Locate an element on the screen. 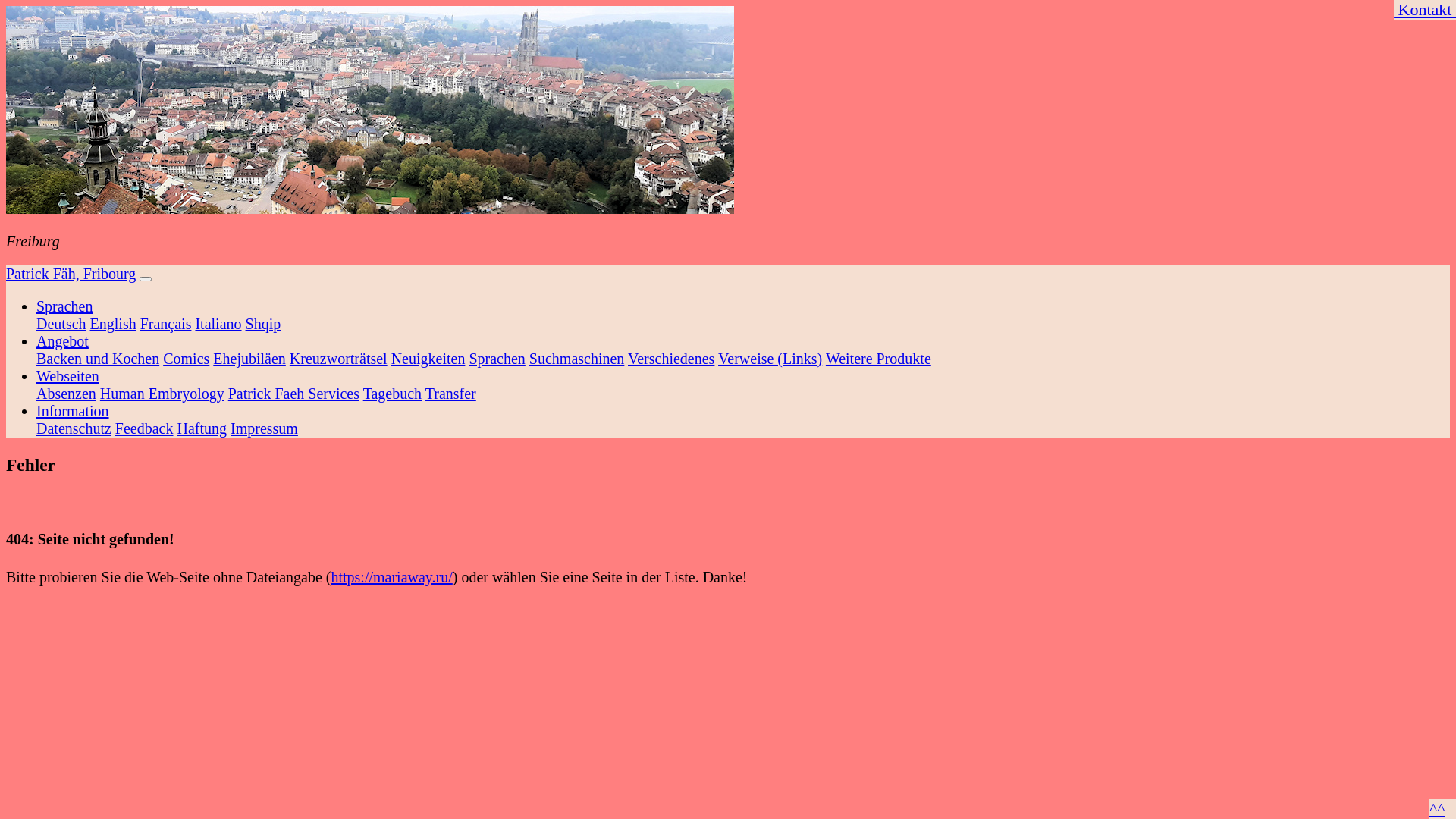  'Absenzen' is located at coordinates (36, 393).